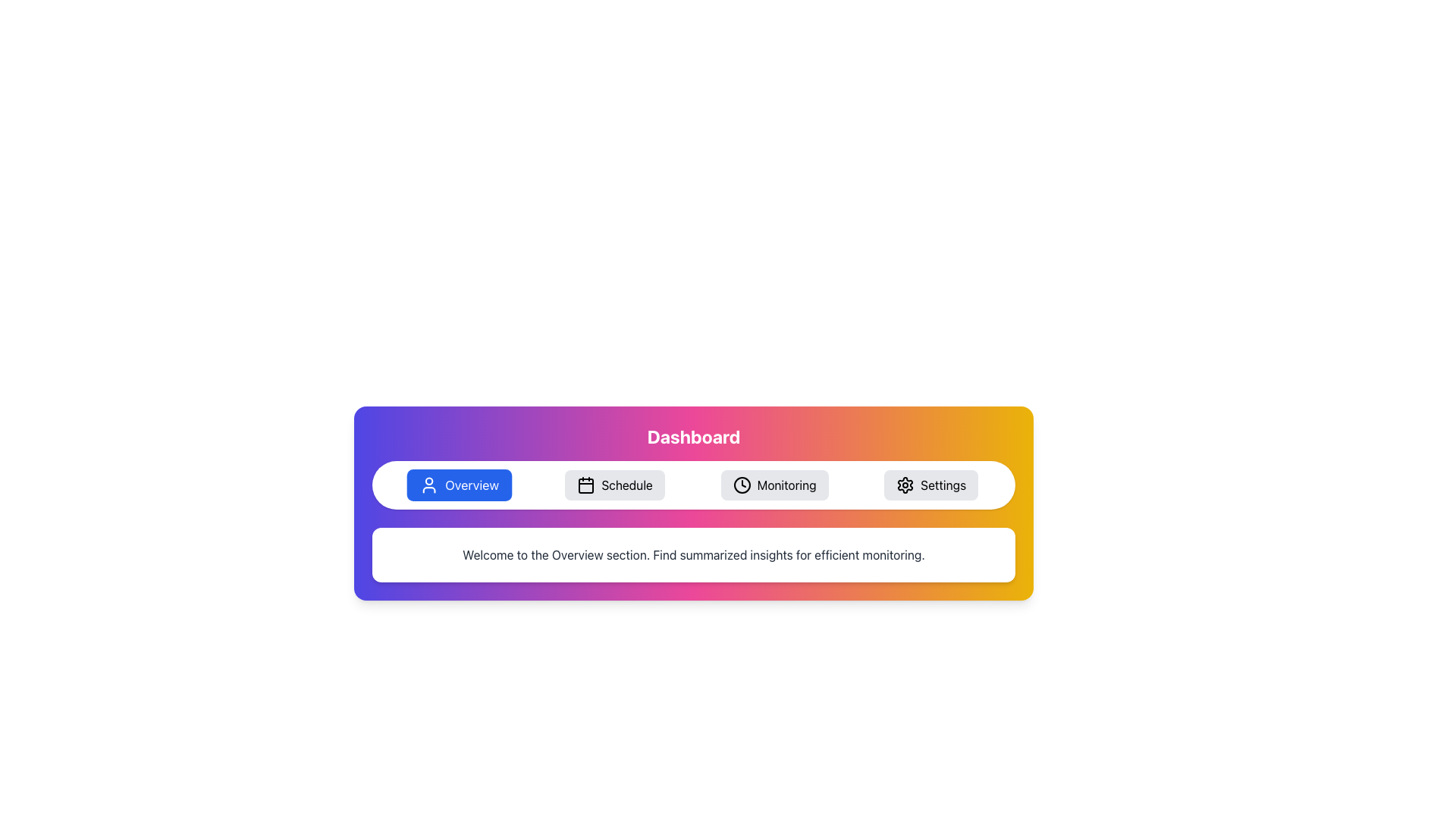 Image resolution: width=1456 pixels, height=819 pixels. Describe the element at coordinates (585, 485) in the screenshot. I see `the 'Schedule' icon in the navigation menu` at that location.